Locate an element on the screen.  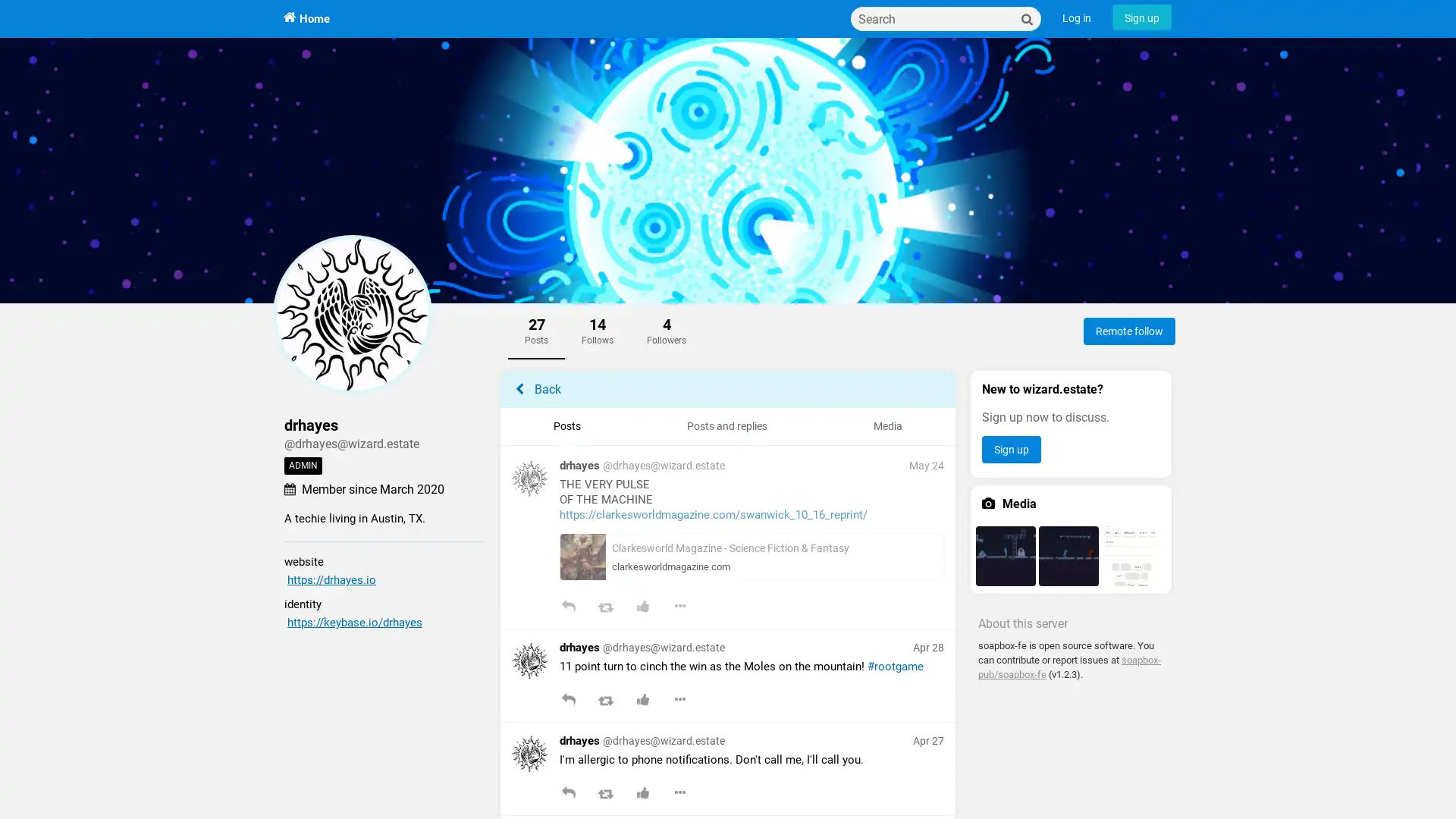
More is located at coordinates (679, 701).